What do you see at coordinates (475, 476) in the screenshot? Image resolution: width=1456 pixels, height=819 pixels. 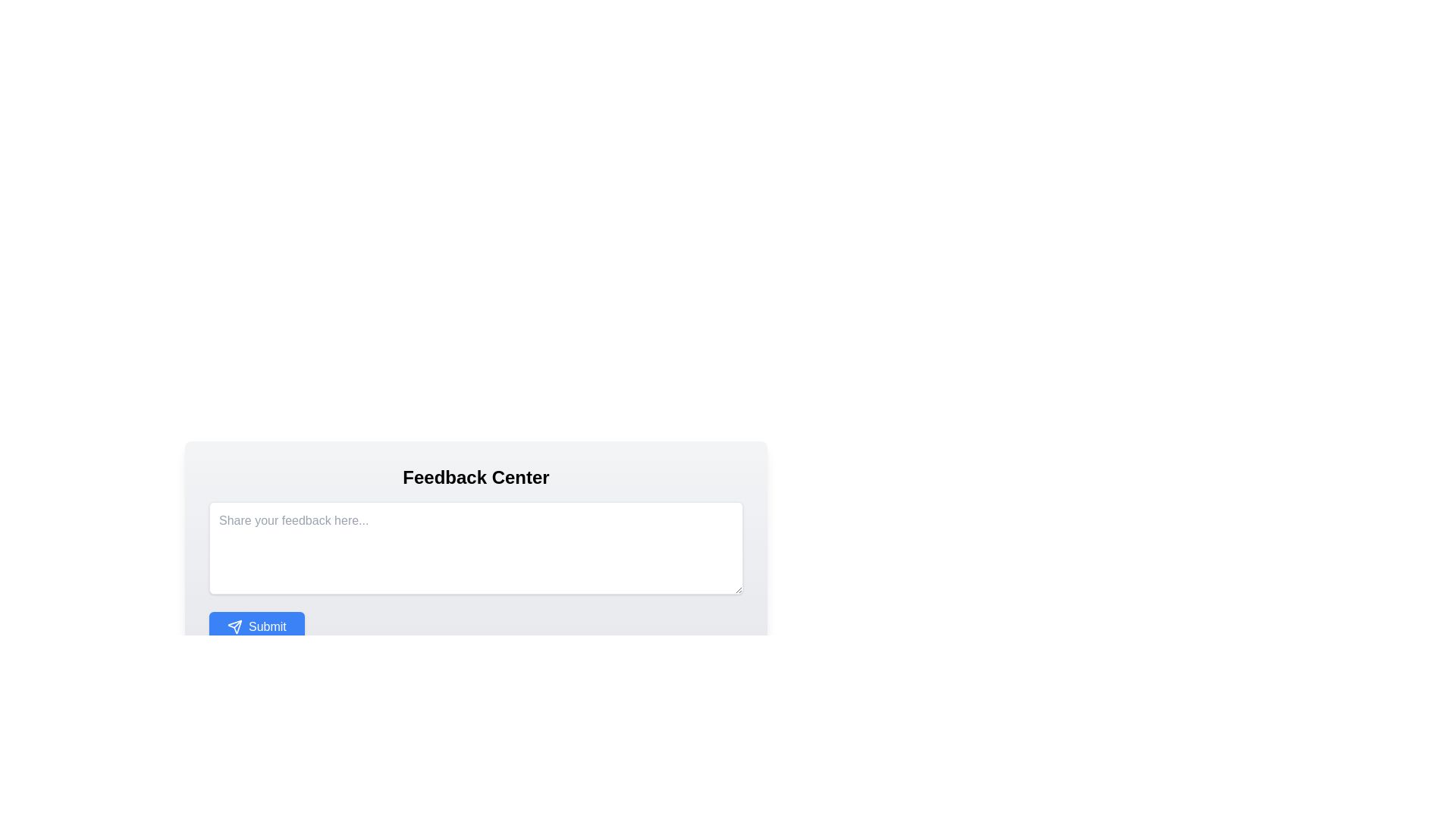 I see `the 'Feedback Center' header text, which is a bold, large-sized title displayed centrally above the feedback input text box` at bounding box center [475, 476].